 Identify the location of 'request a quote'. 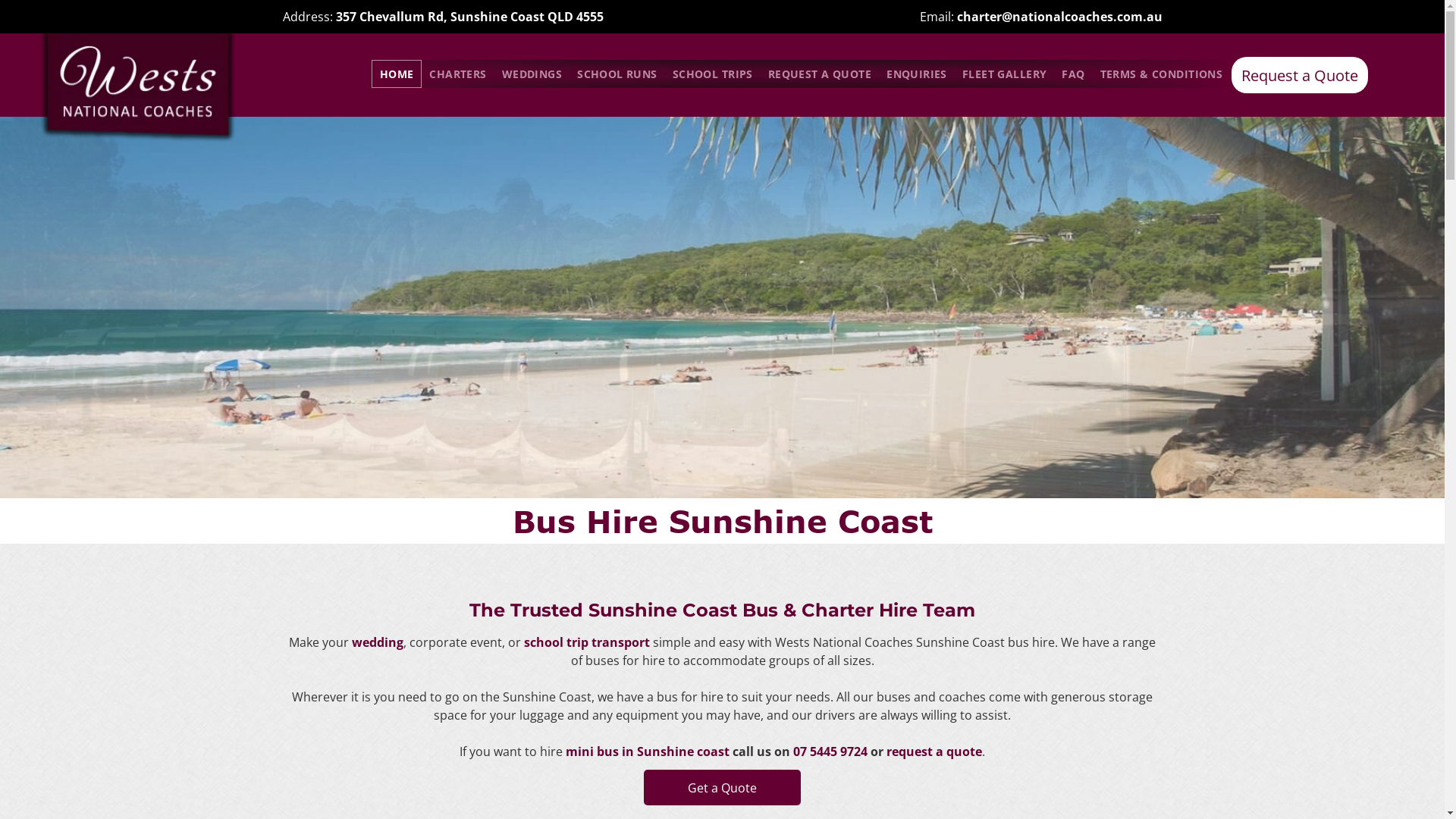
(934, 752).